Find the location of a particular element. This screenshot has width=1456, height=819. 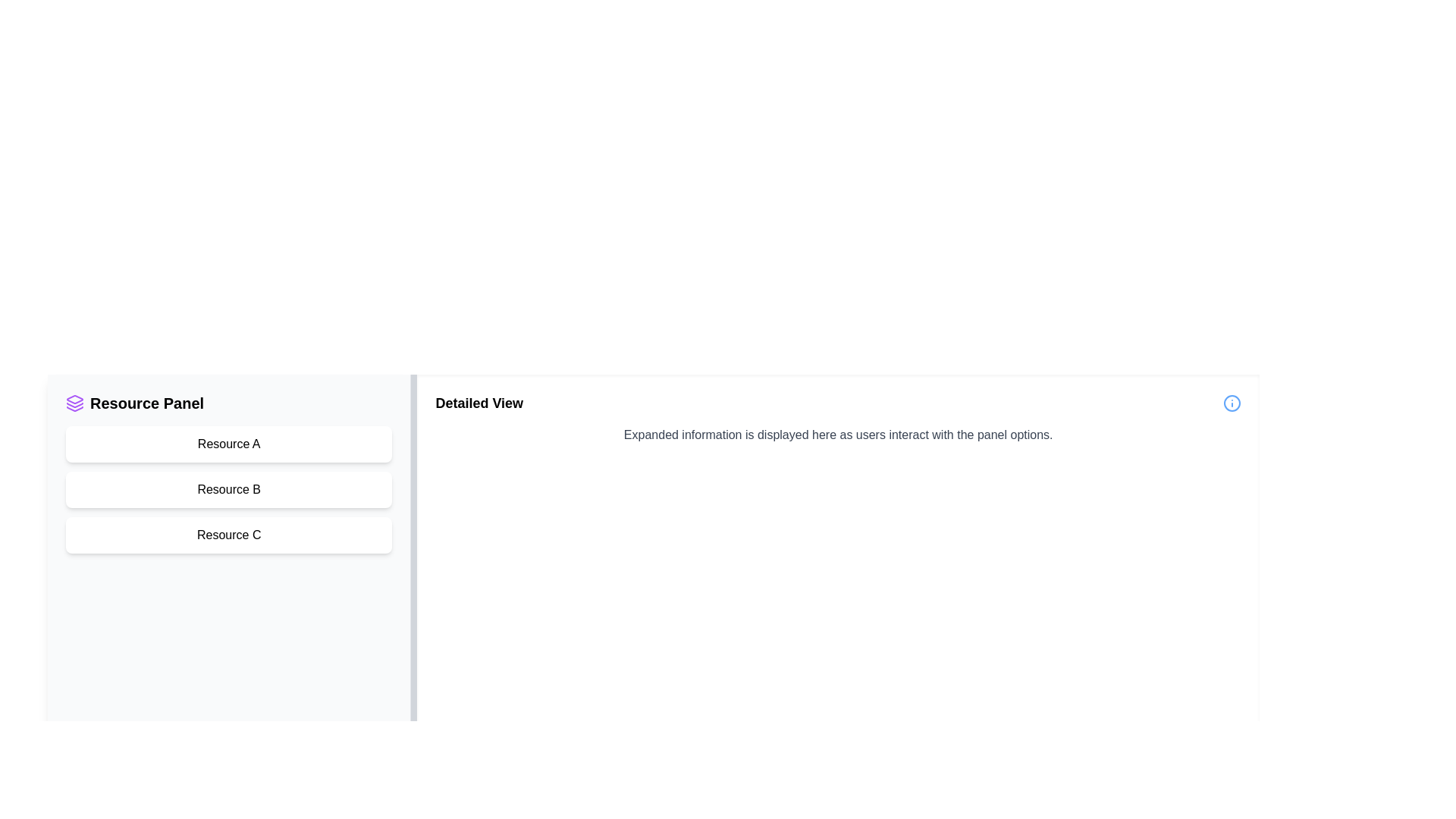

the purple SVG icon located at the leftmost side of the header labeled 'Resource Panel' is located at coordinates (74, 403).